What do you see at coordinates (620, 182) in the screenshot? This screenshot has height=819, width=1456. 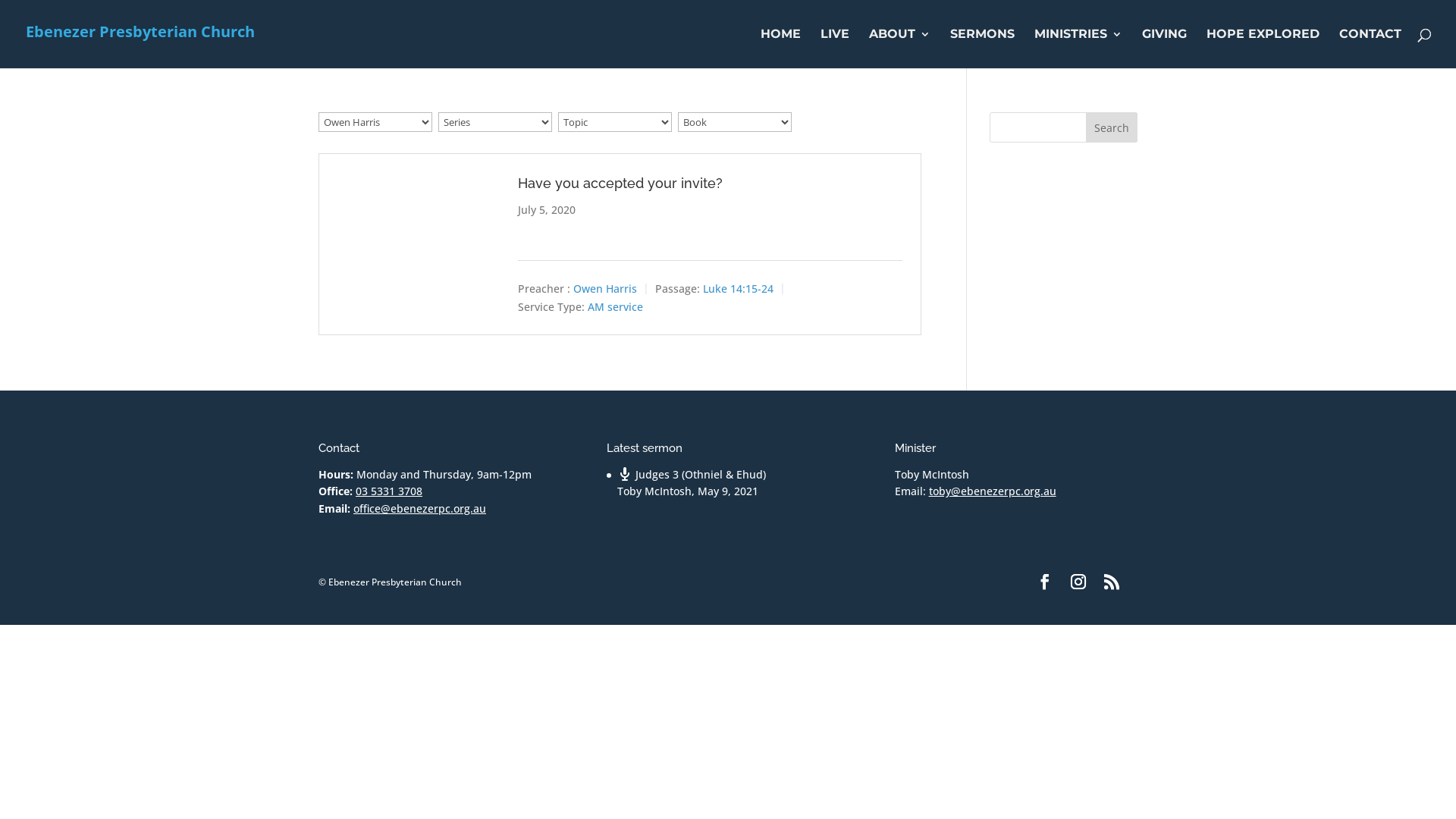 I see `'Have you accepted your invite?'` at bounding box center [620, 182].